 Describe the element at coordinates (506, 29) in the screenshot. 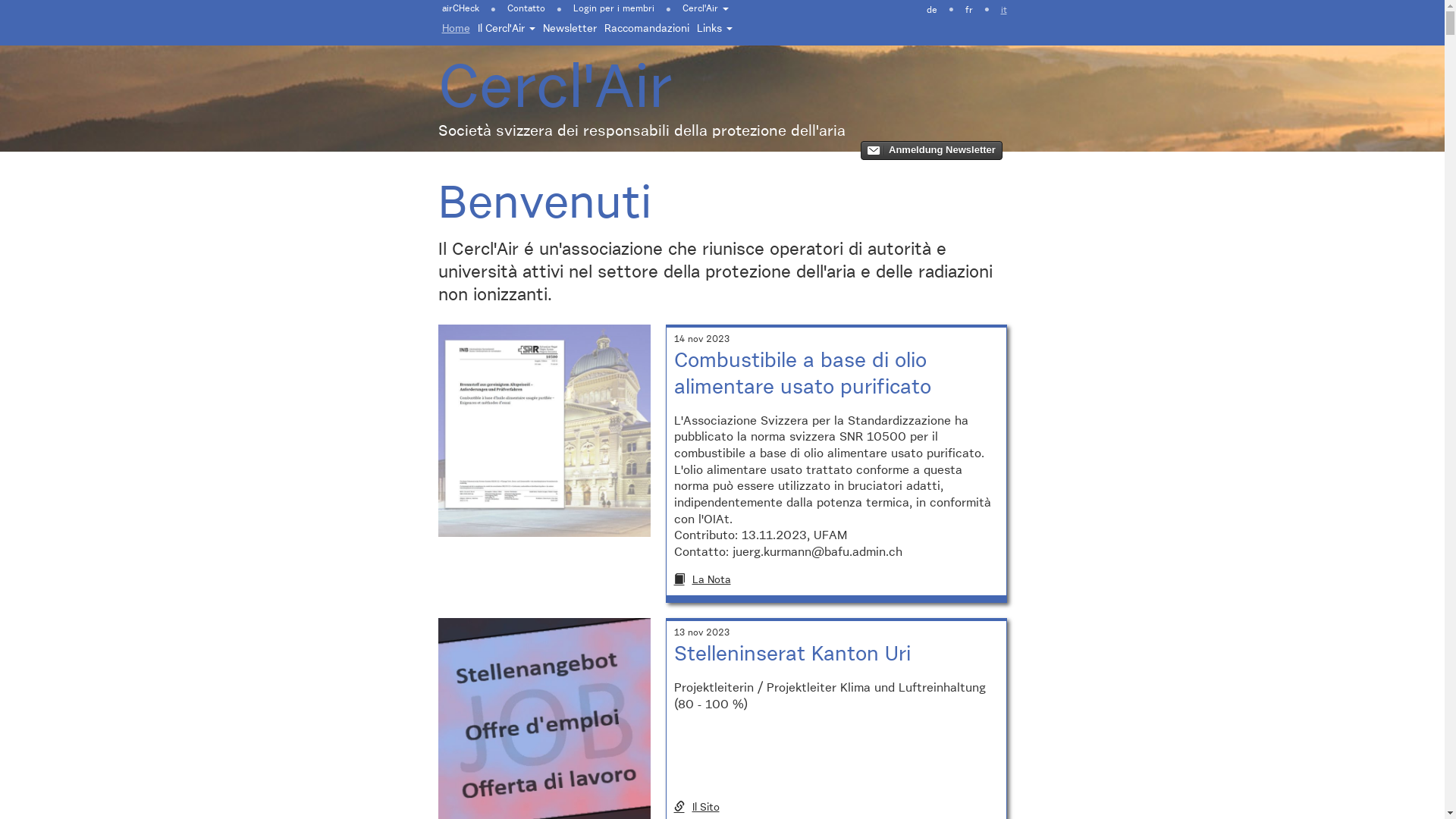

I see `'Il Cercl'Air'` at that location.